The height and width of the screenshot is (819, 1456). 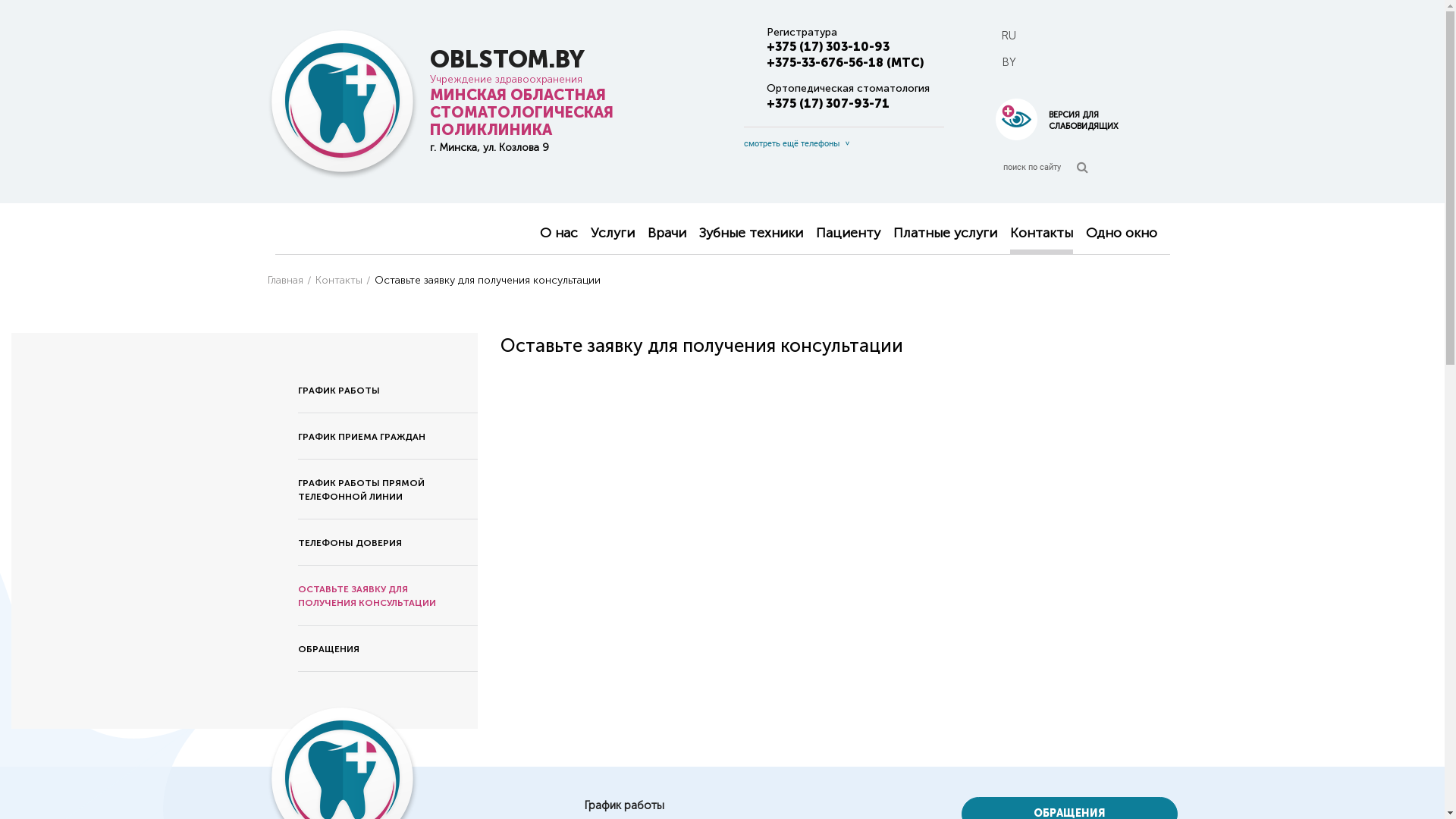 What do you see at coordinates (1008, 61) in the screenshot?
I see `'BY'` at bounding box center [1008, 61].